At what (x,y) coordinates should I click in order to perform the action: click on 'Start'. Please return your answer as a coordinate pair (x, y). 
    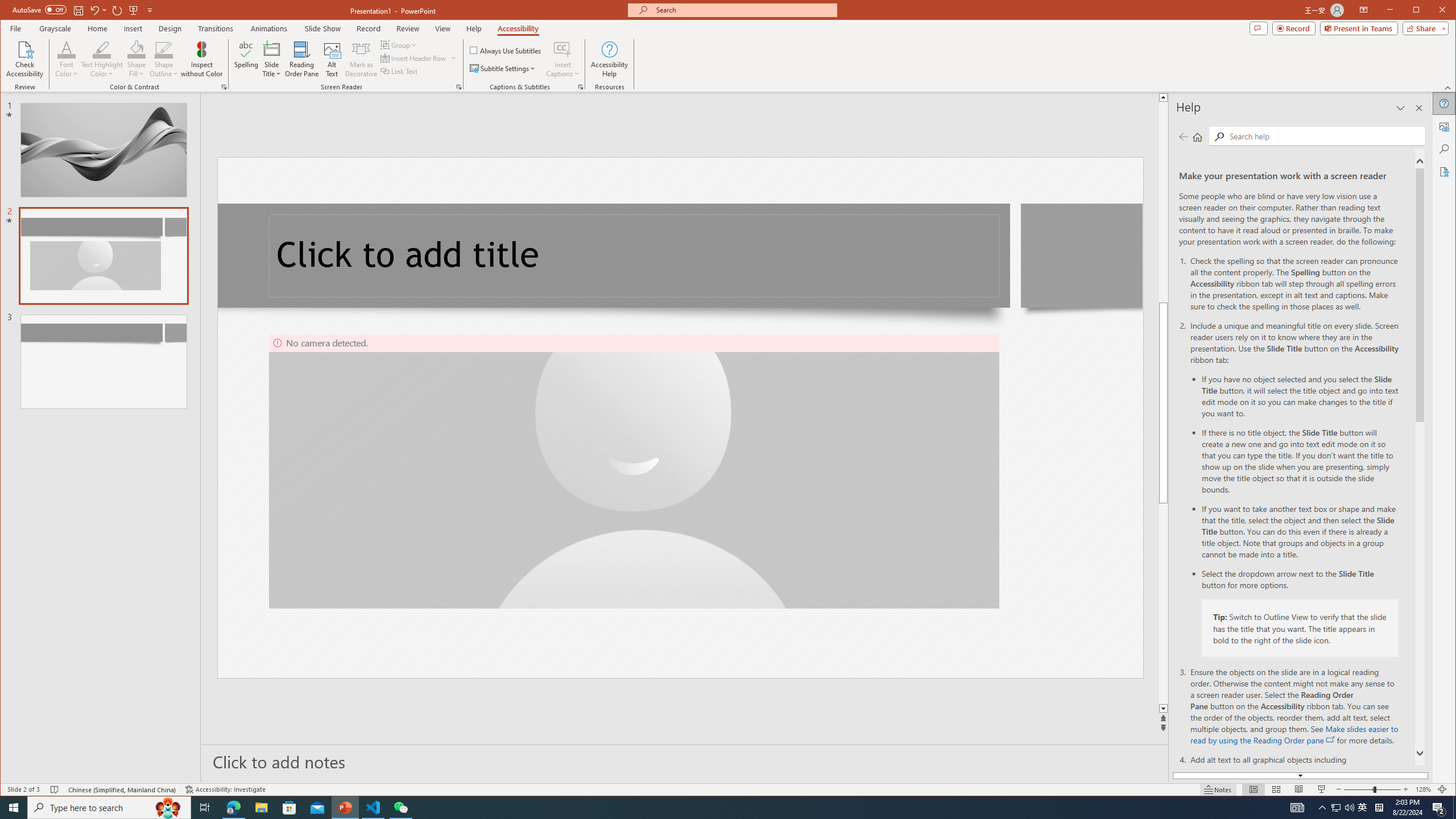
    Looking at the image, I should click on (14, 806).